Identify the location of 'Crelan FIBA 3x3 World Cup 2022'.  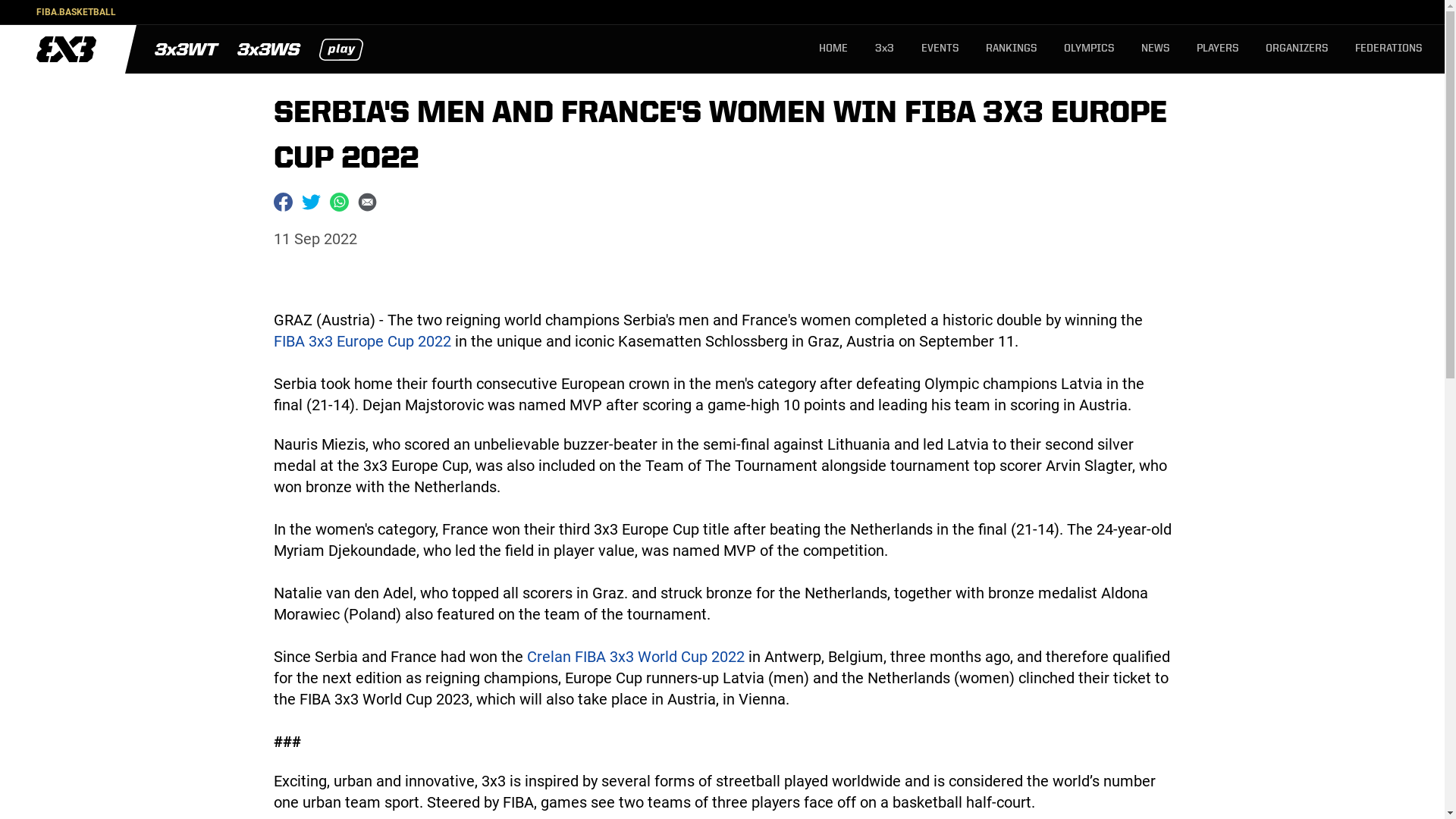
(635, 656).